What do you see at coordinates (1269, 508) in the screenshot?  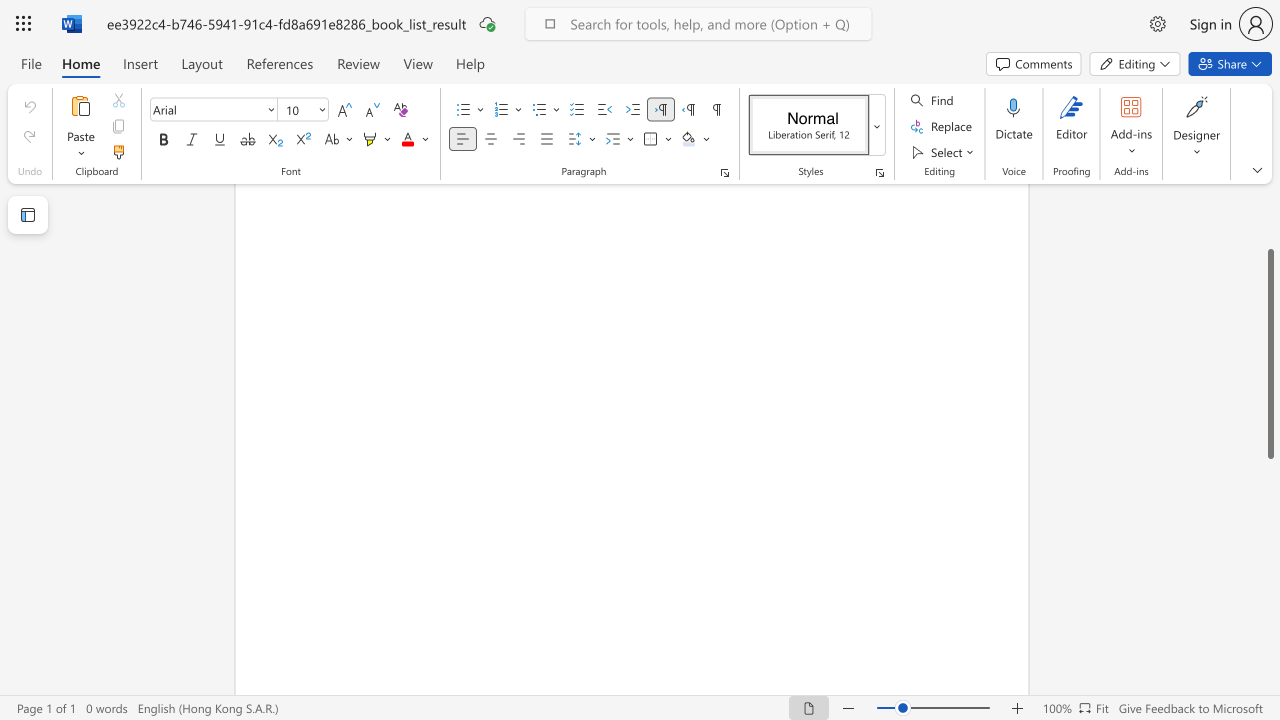 I see `the scrollbar on the right to shift the page lower` at bounding box center [1269, 508].